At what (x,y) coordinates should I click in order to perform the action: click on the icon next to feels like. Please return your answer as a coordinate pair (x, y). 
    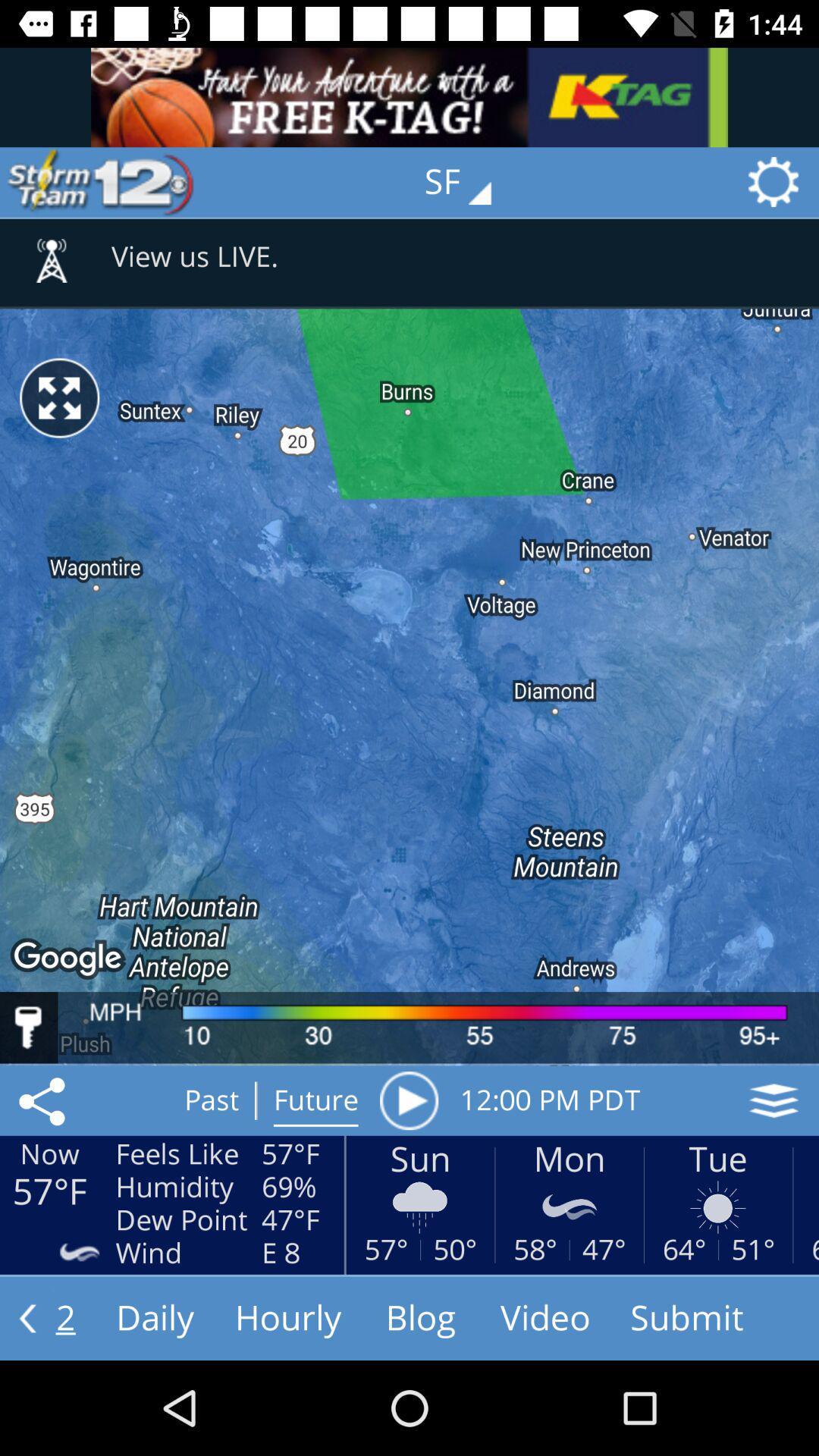
    Looking at the image, I should click on (44, 1100).